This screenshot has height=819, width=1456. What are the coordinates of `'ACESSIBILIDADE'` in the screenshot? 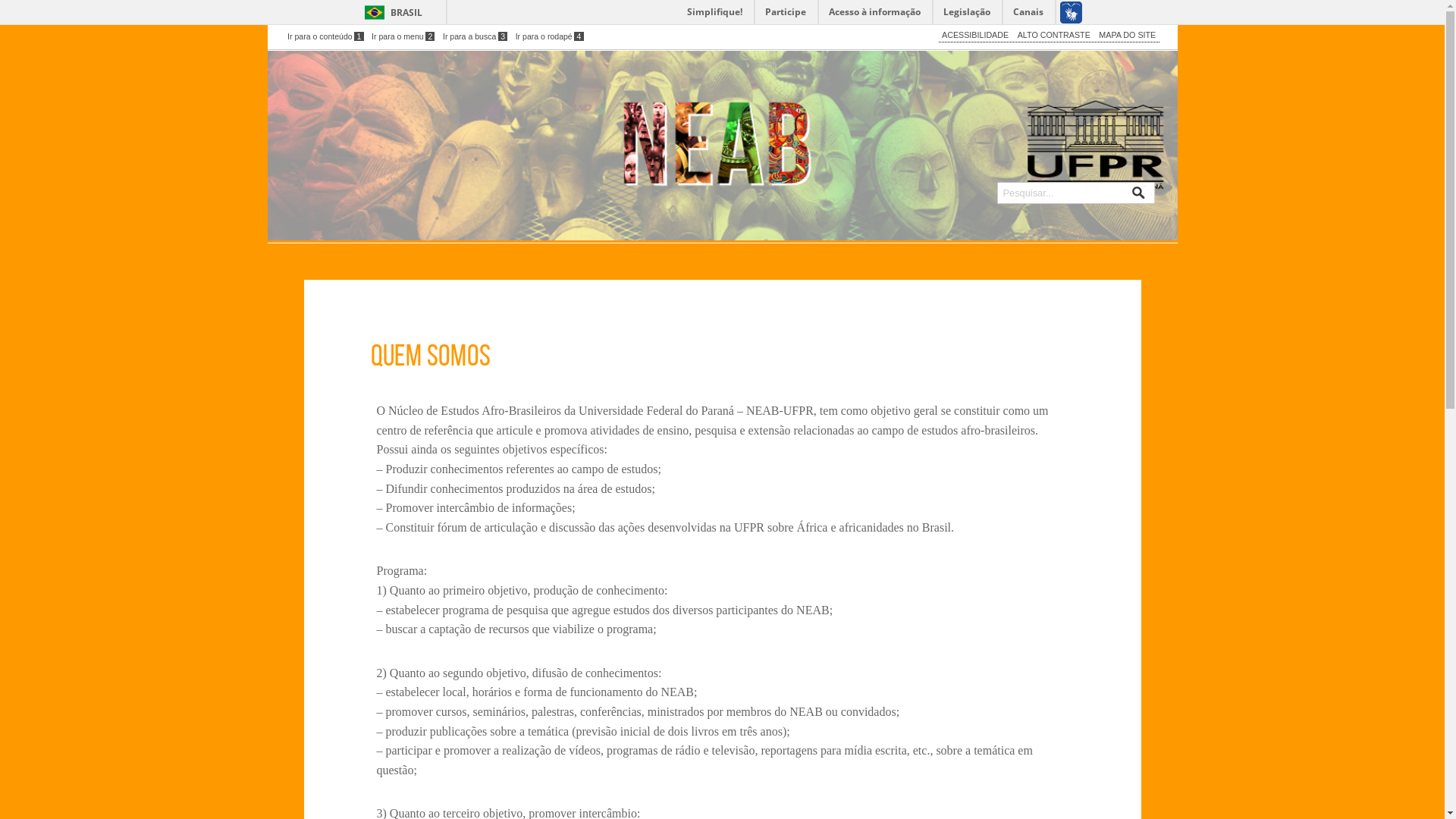 It's located at (975, 34).